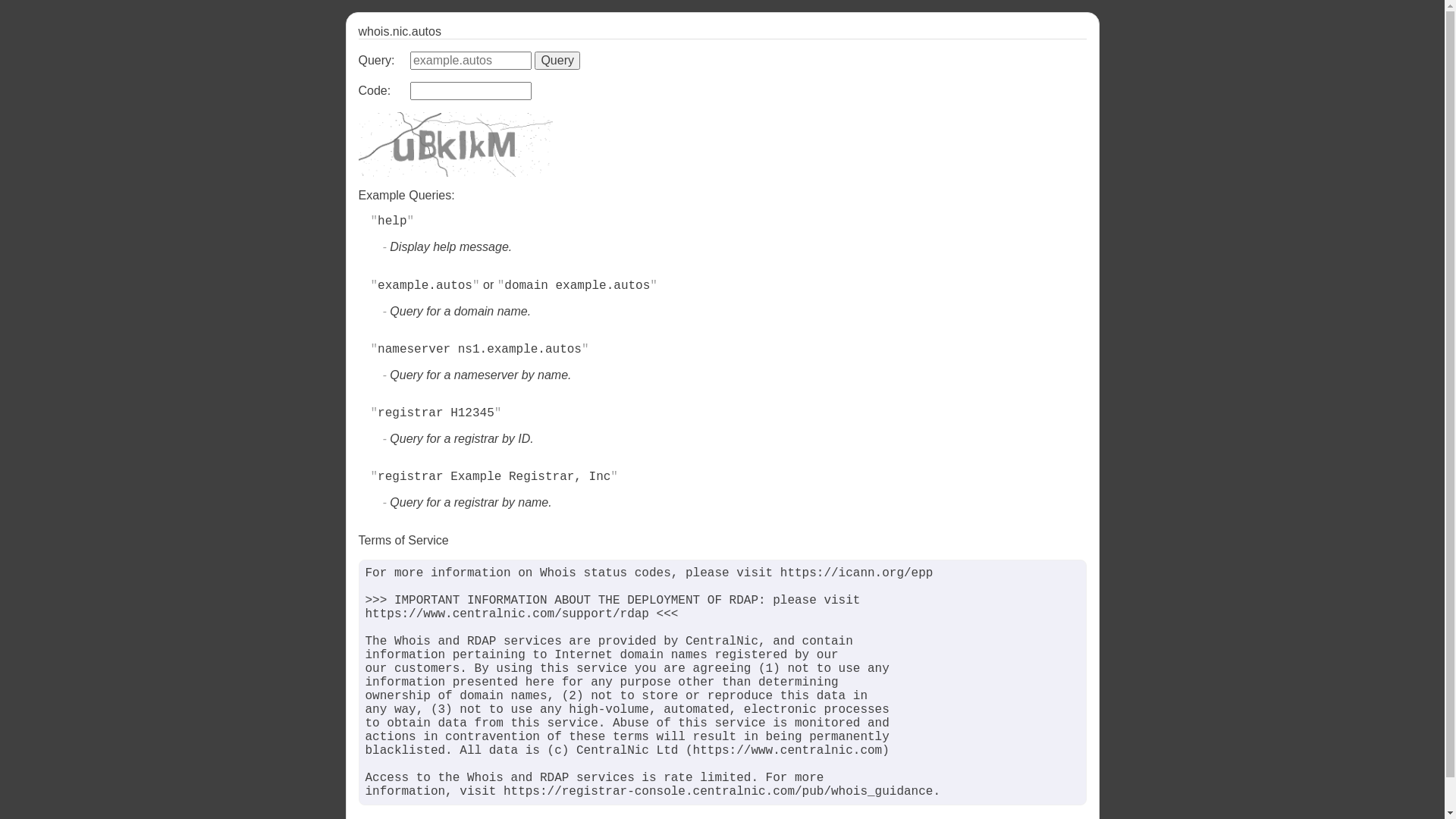 The width and height of the screenshot is (1456, 819). What do you see at coordinates (556, 60) in the screenshot?
I see `'Query'` at bounding box center [556, 60].